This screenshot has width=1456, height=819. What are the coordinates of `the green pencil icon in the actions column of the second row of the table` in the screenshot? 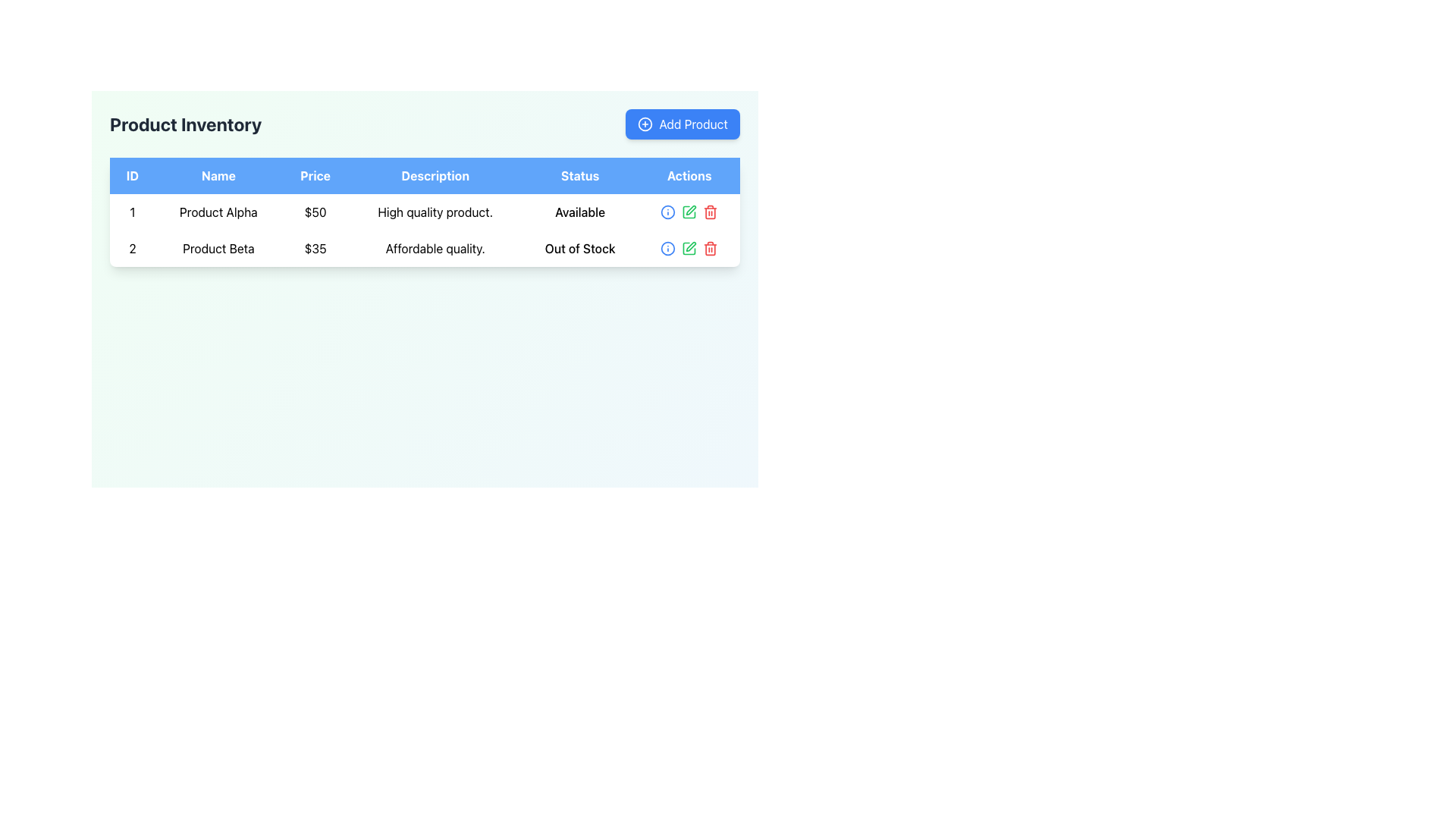 It's located at (689, 247).